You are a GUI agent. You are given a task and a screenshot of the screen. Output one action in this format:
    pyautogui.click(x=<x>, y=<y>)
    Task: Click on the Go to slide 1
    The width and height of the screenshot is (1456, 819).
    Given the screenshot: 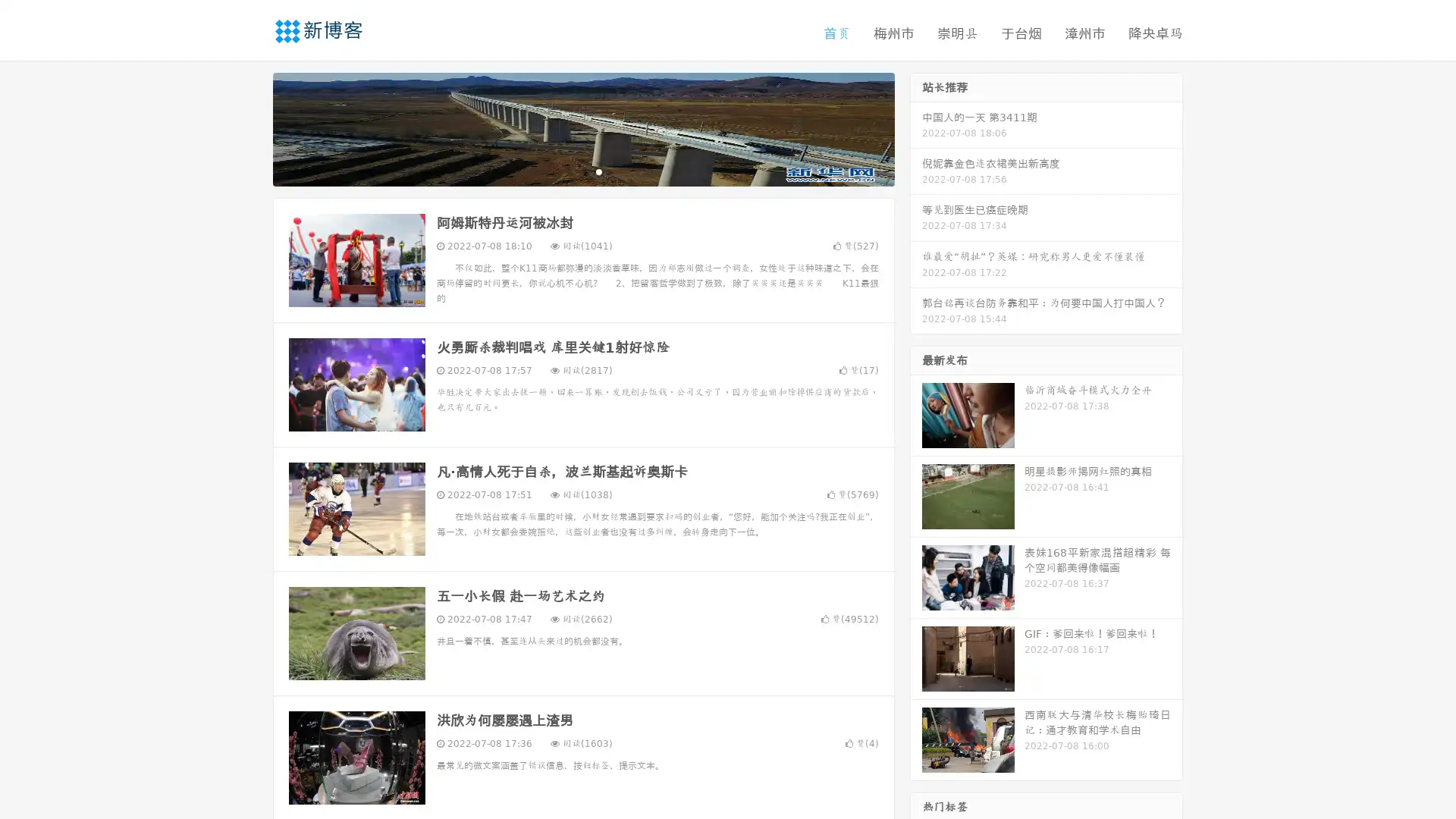 What is the action you would take?
    pyautogui.click(x=567, y=171)
    